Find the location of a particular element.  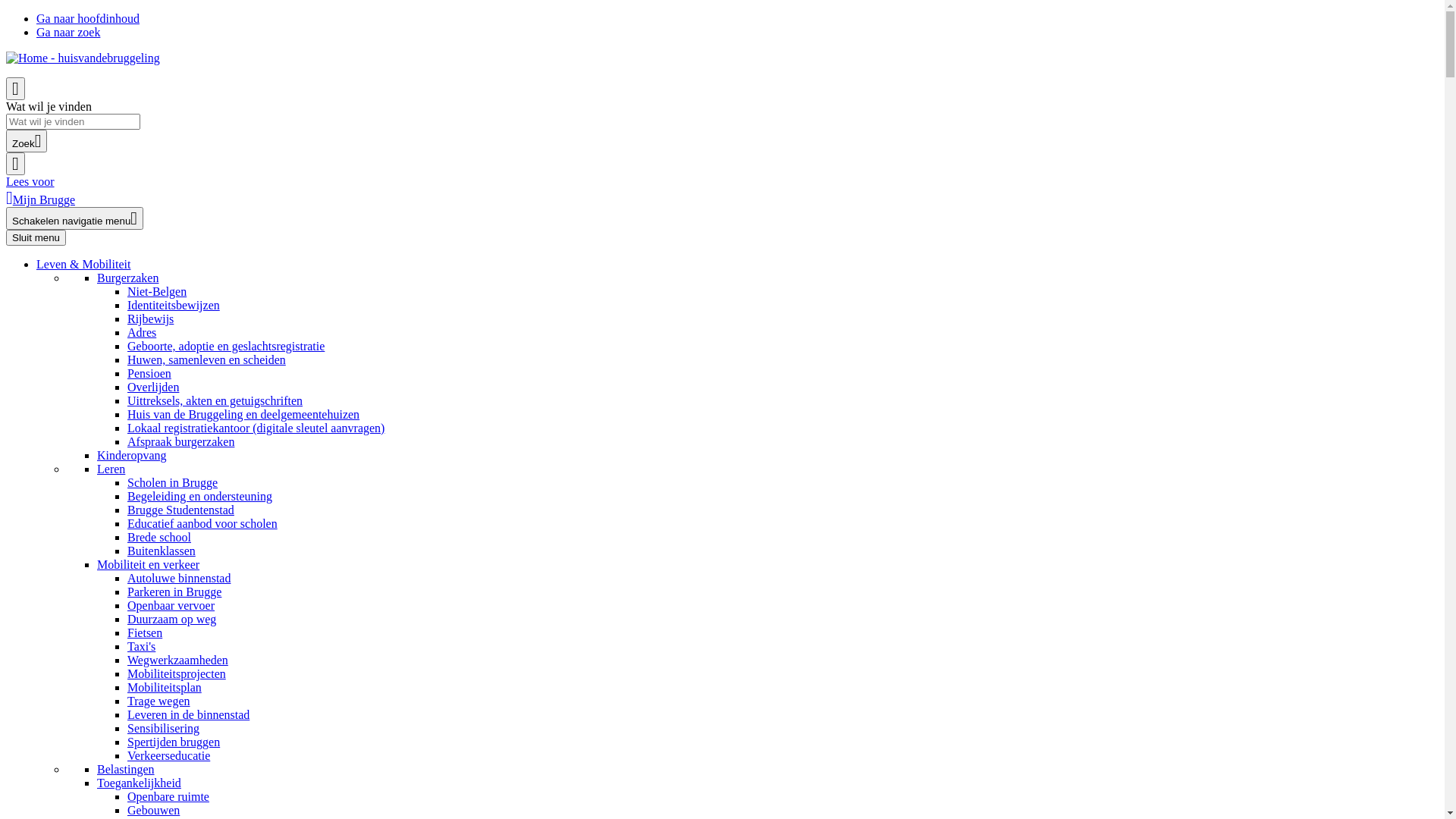

'Overlijden' is located at coordinates (152, 386).